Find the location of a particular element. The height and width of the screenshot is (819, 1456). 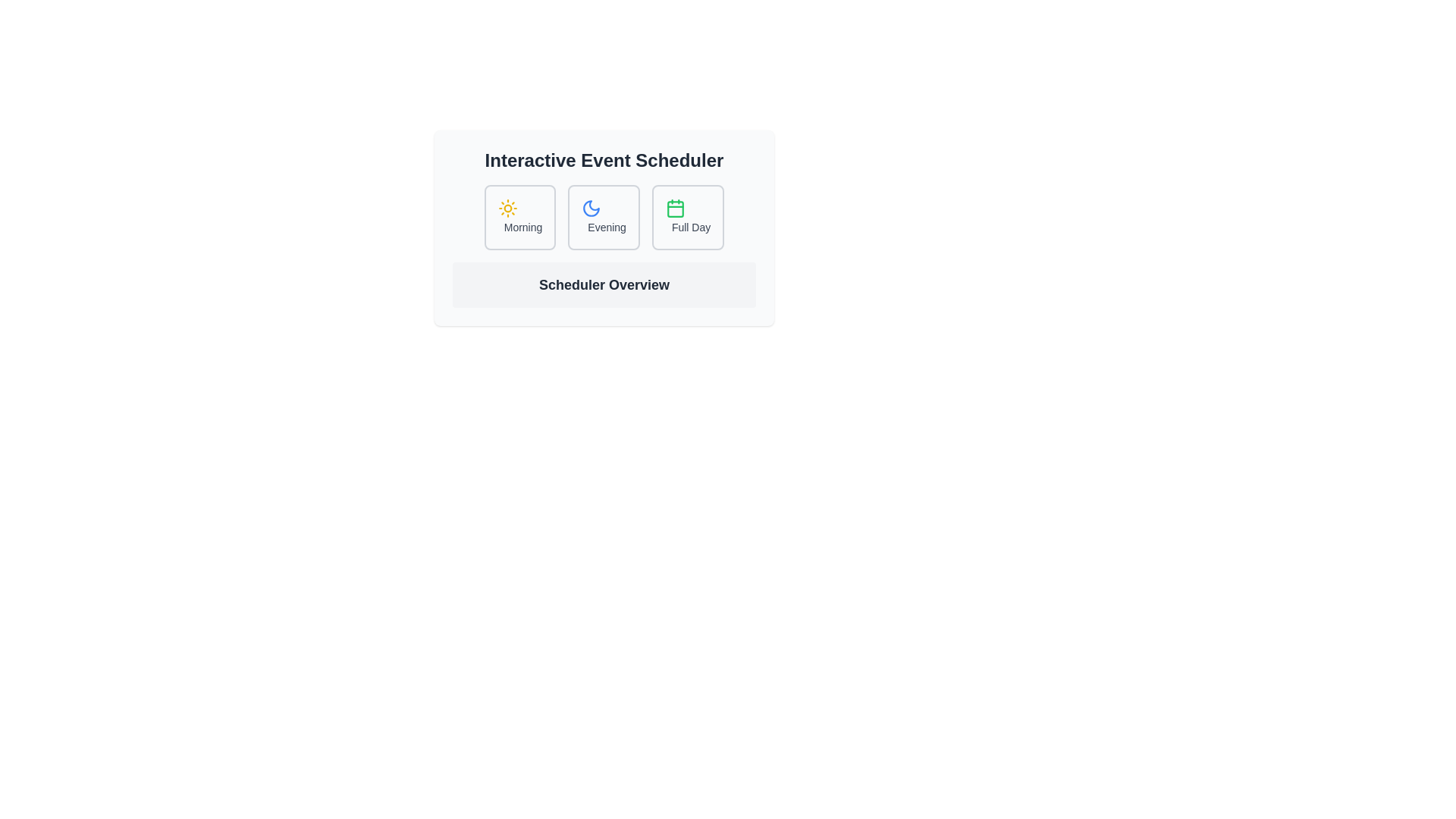

the button labeled 'Evening' which features a blue crescent moon icon and is styled with a light gray border and background, located second from the left in a row of three buttons is located at coordinates (603, 217).